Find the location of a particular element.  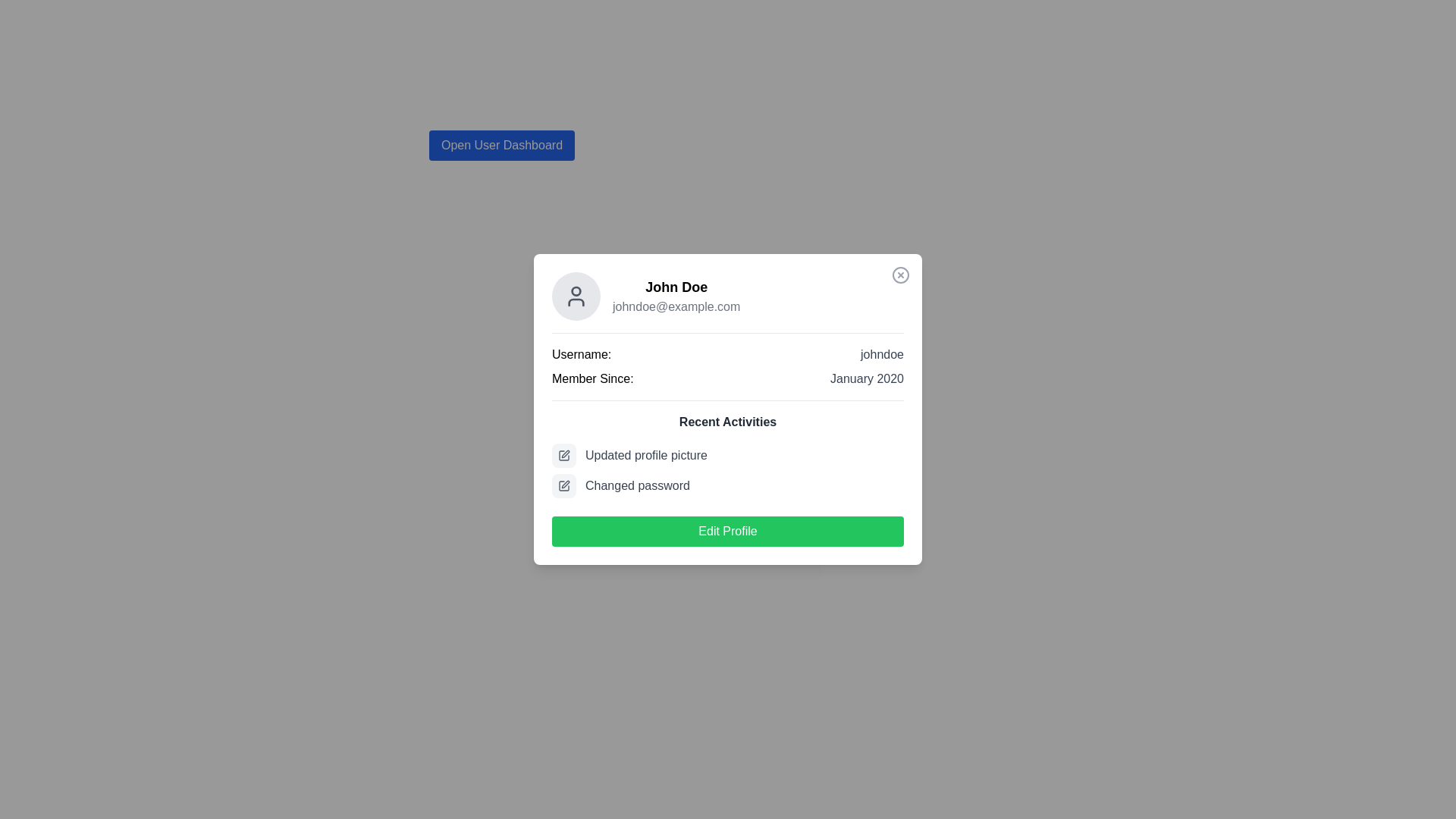

the composite text display element that shows the name 'John Doe' and the email 'johndoe@example.com', located in the top section of the user profile card is located at coordinates (676, 296).